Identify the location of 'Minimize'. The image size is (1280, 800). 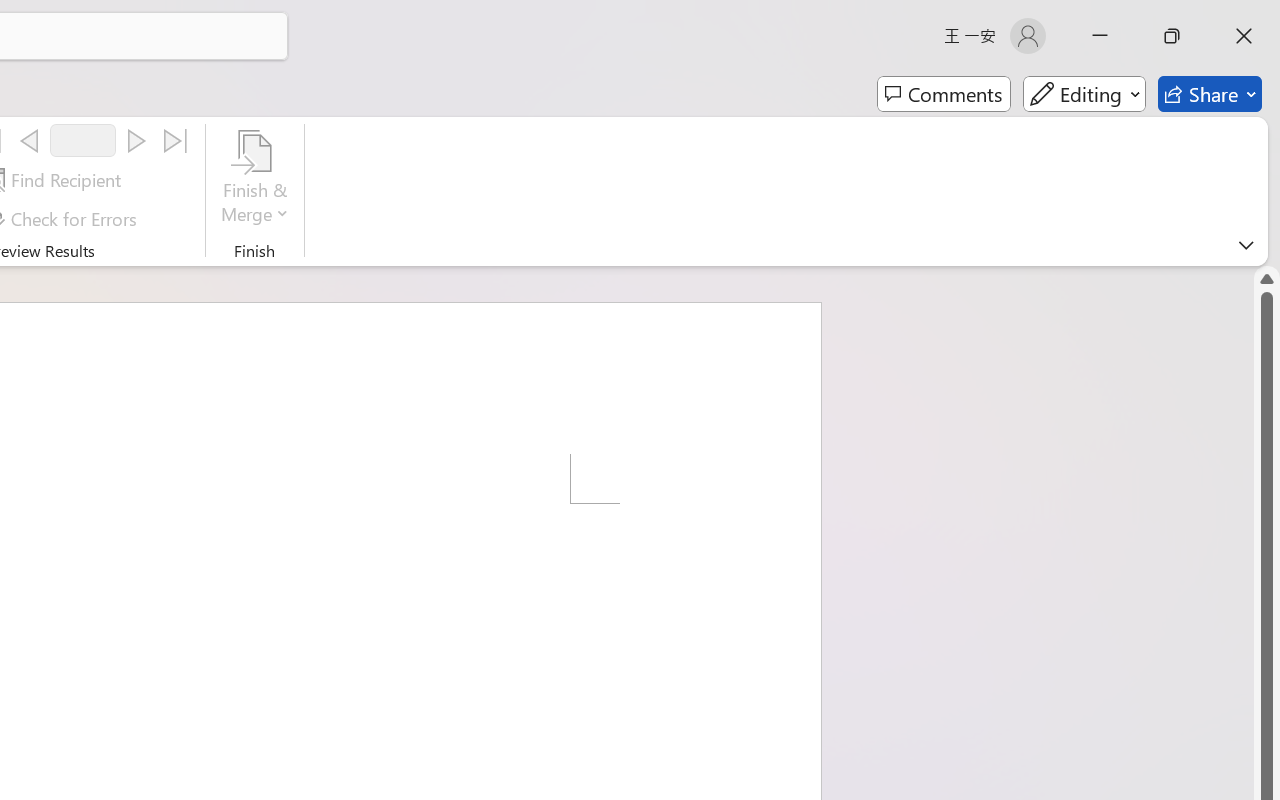
(1099, 35).